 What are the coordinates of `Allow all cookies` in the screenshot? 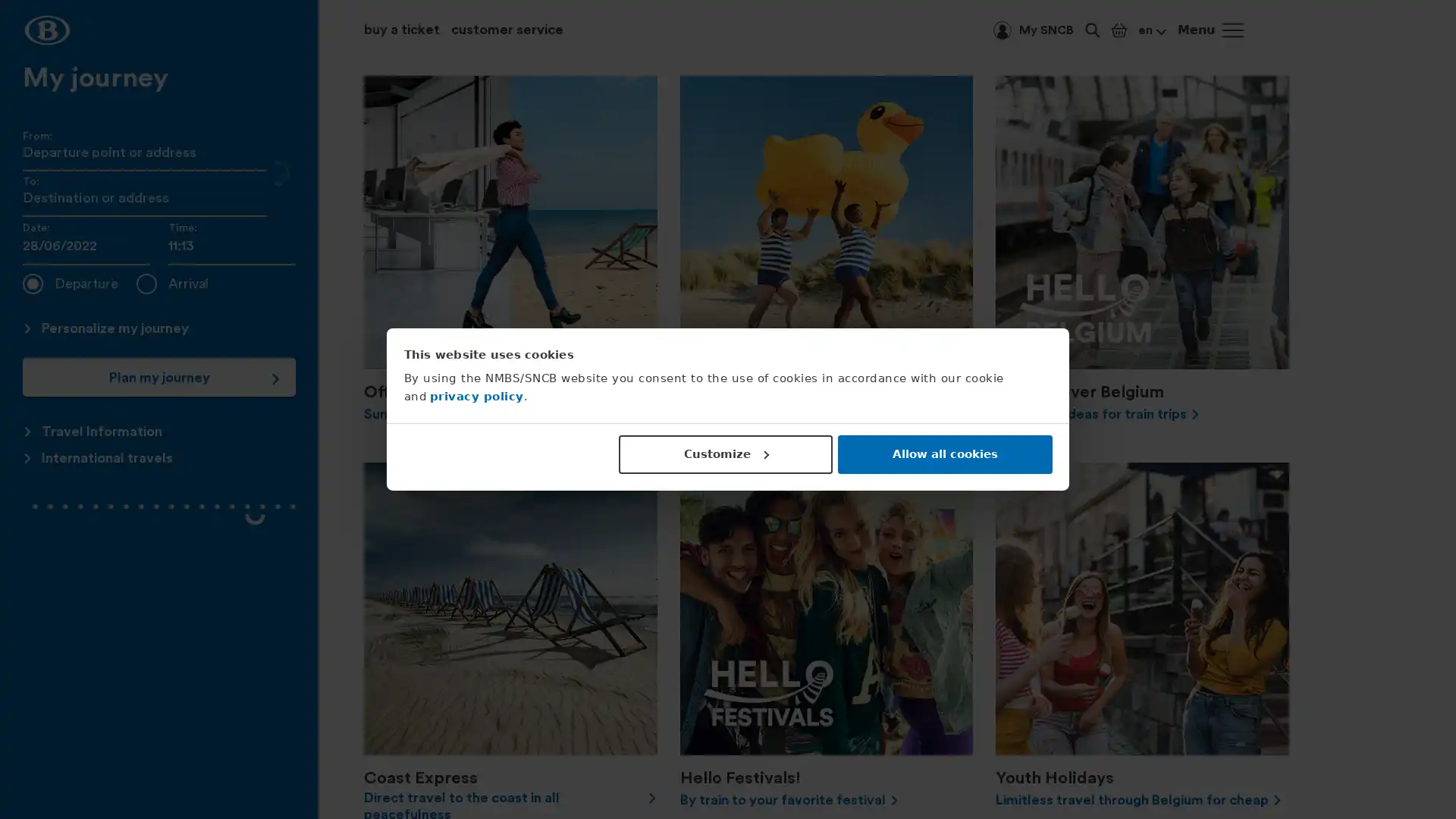 It's located at (944, 453).